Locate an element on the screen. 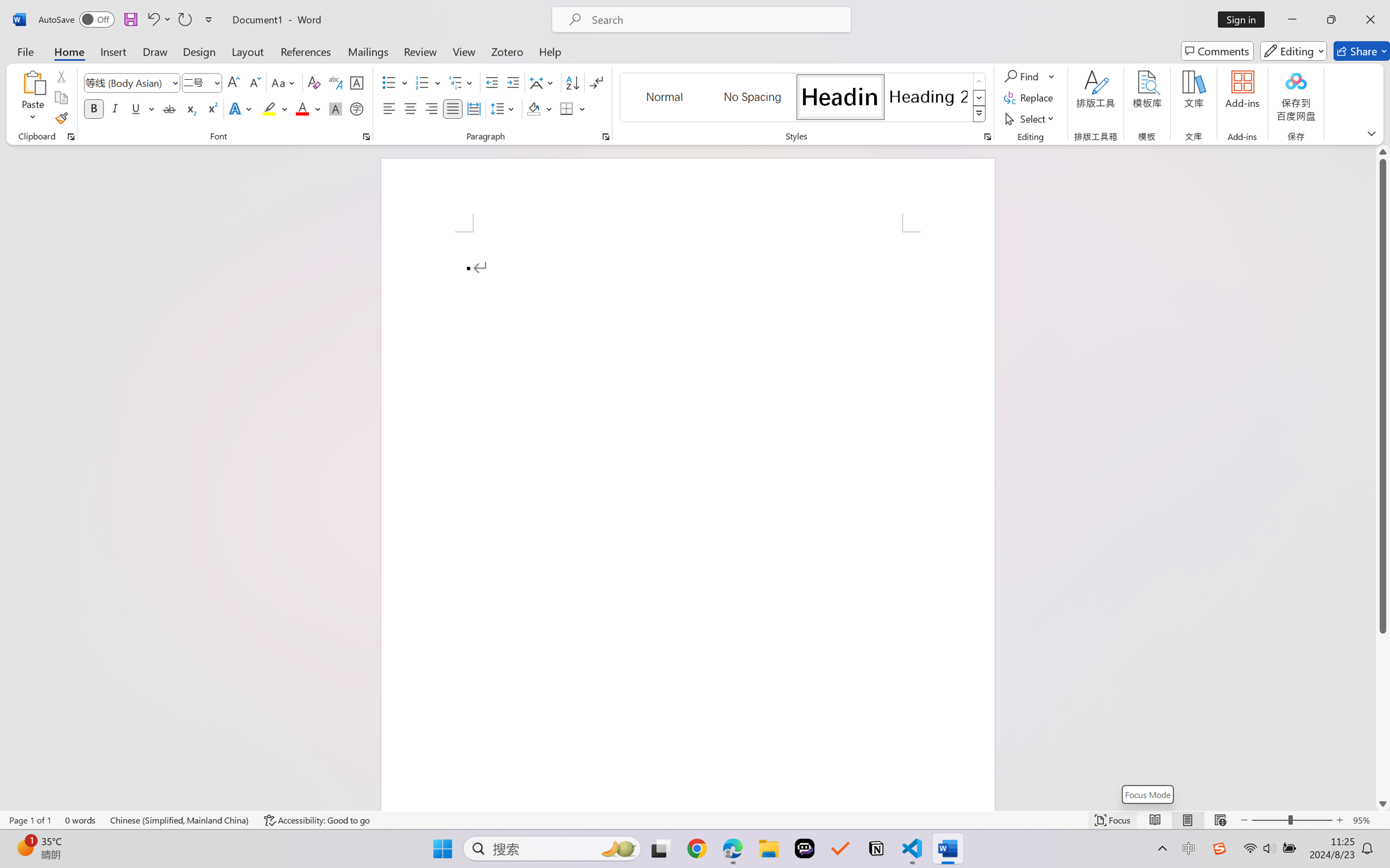  'Undo Apply Quick Style' is located at coordinates (152, 19).